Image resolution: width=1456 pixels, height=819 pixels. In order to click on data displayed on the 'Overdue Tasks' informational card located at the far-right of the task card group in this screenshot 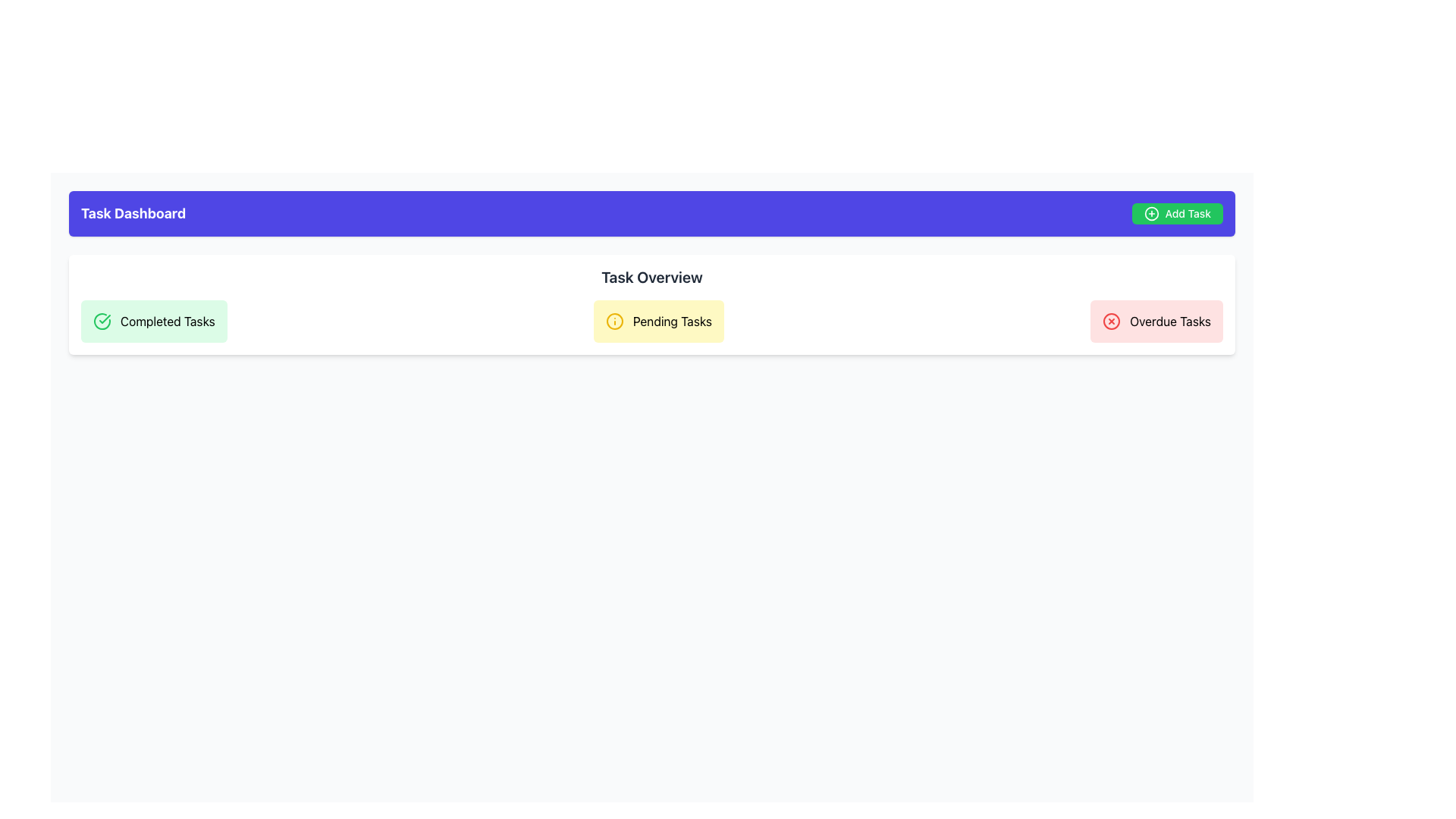, I will do `click(1156, 321)`.